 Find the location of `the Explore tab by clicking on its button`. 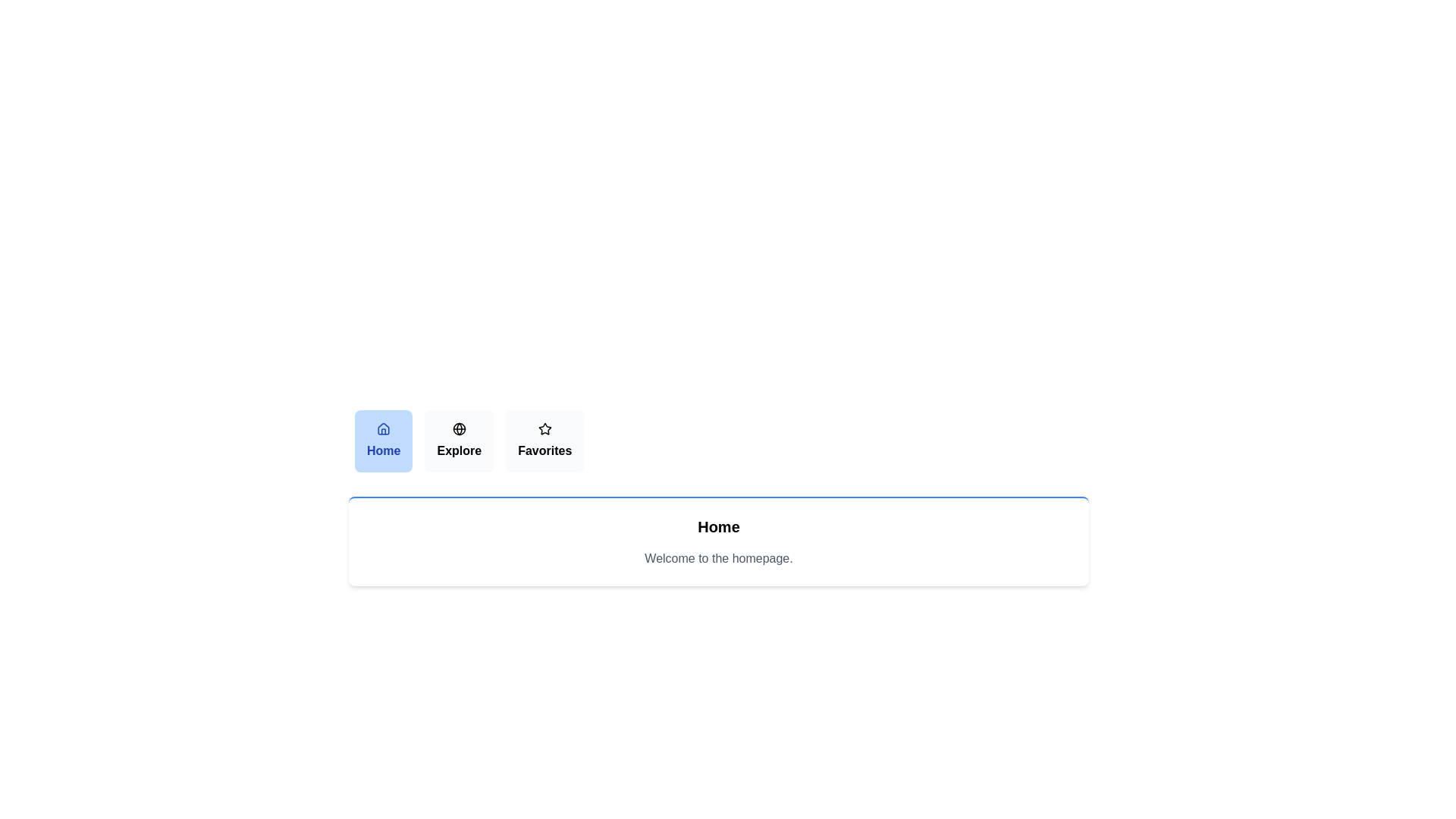

the Explore tab by clicking on its button is located at coordinates (458, 441).